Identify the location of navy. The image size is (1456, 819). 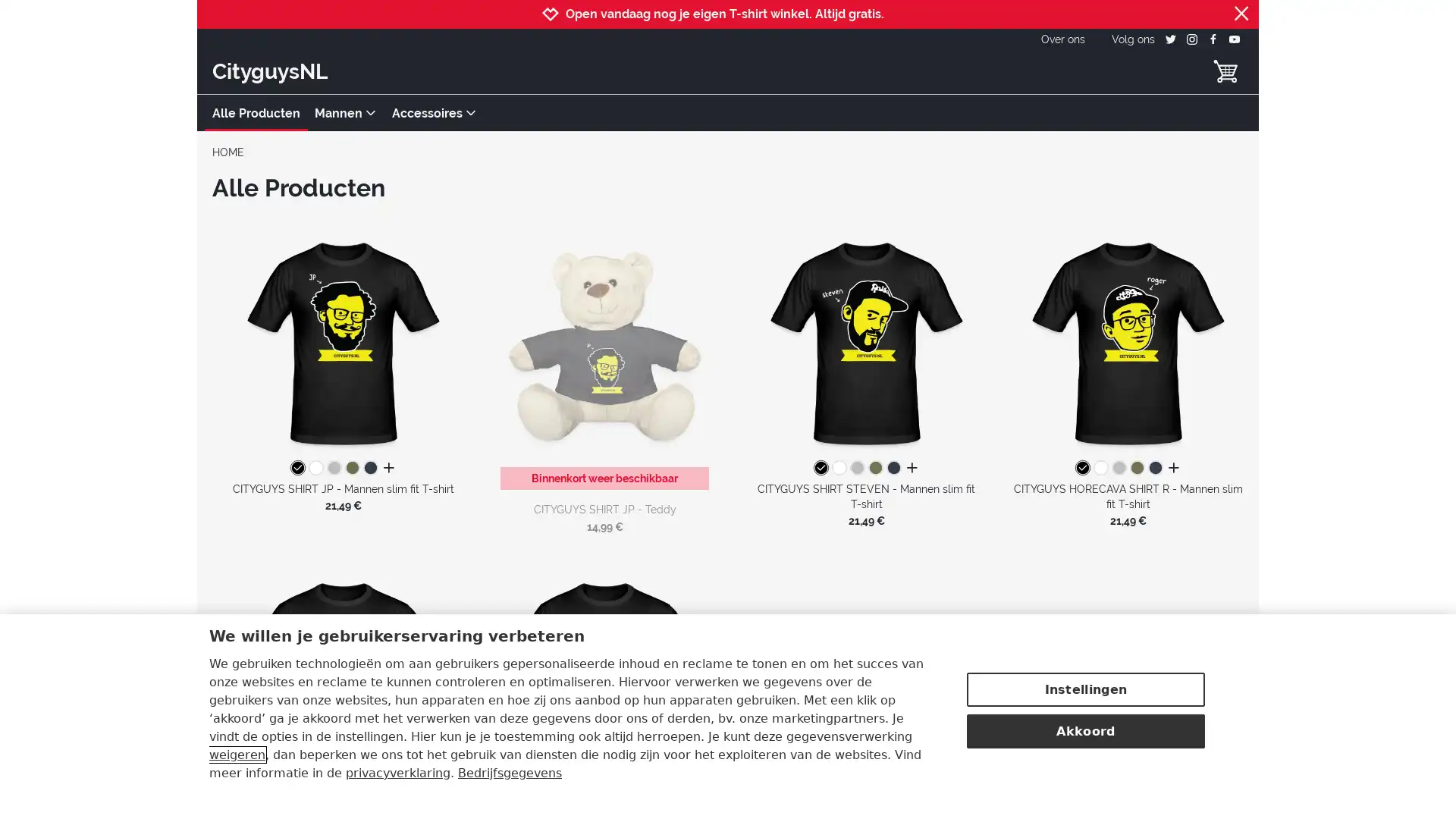
(1153, 468).